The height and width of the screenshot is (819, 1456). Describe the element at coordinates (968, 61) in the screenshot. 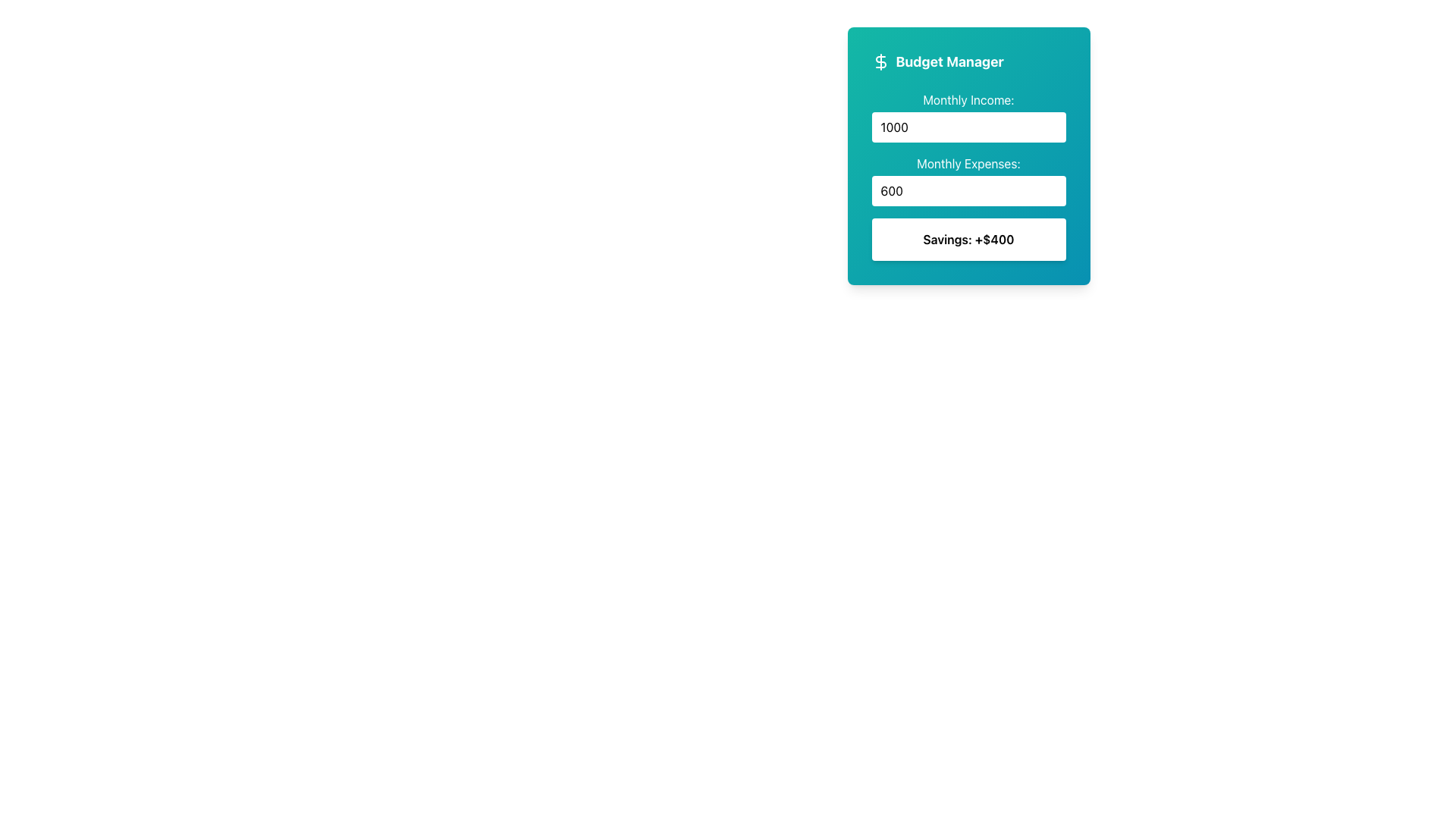

I see `the 'Budget Manager' label, which is styled with bold font and located within a blue-green gradient rectangular card, positioned at the top of the budget-related information section` at that location.